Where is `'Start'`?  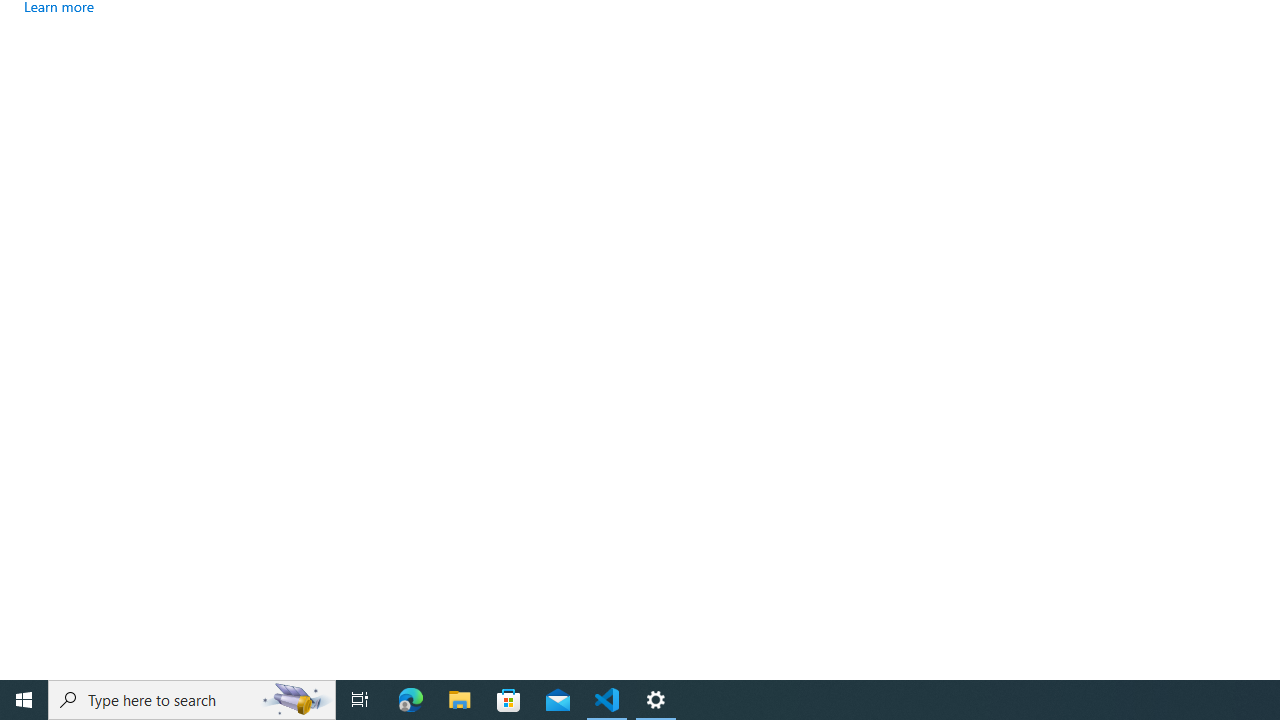
'Start' is located at coordinates (24, 698).